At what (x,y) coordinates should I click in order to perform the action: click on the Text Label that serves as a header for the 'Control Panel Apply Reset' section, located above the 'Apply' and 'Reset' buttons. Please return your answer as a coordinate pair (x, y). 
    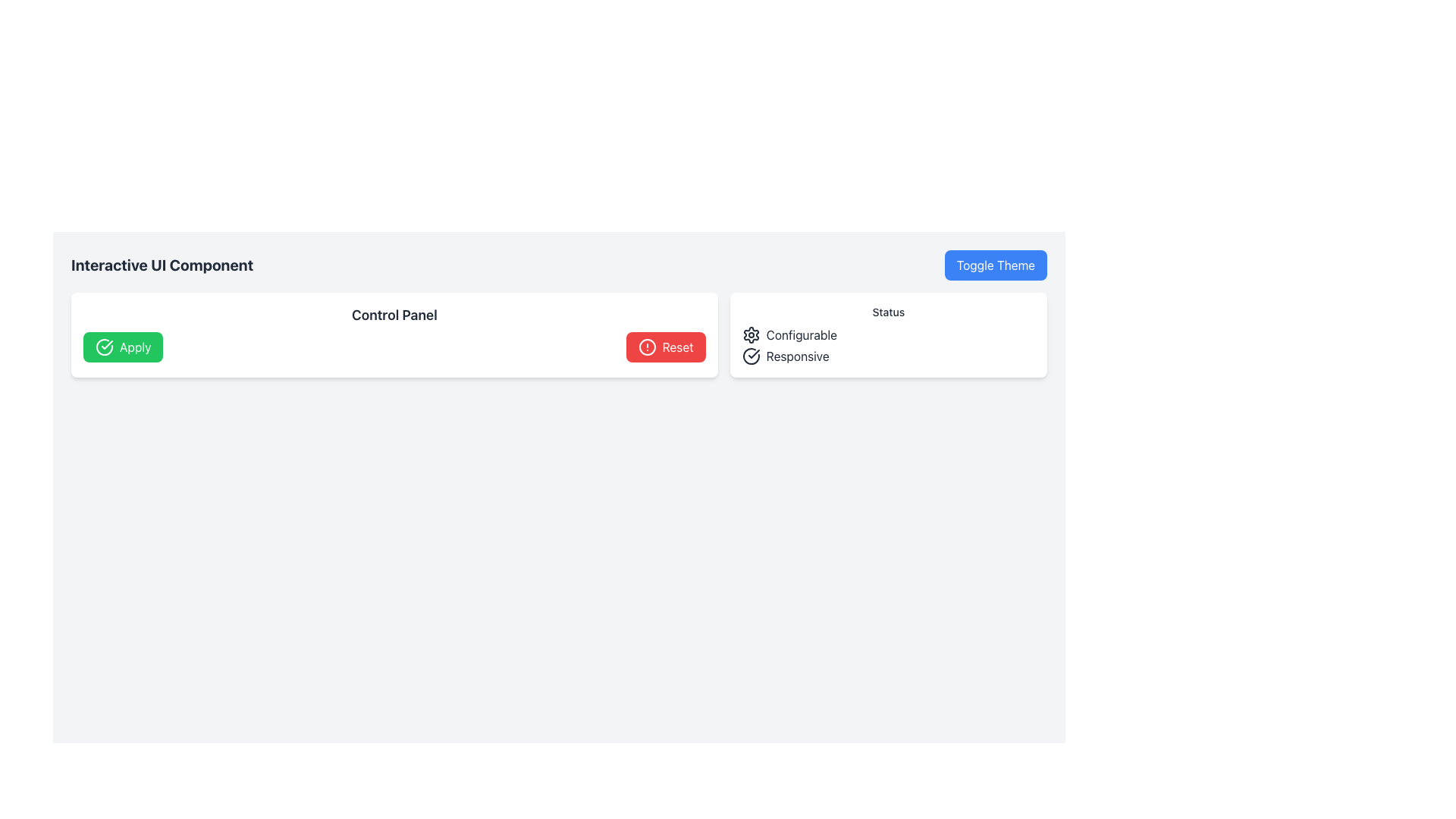
    Looking at the image, I should click on (394, 315).